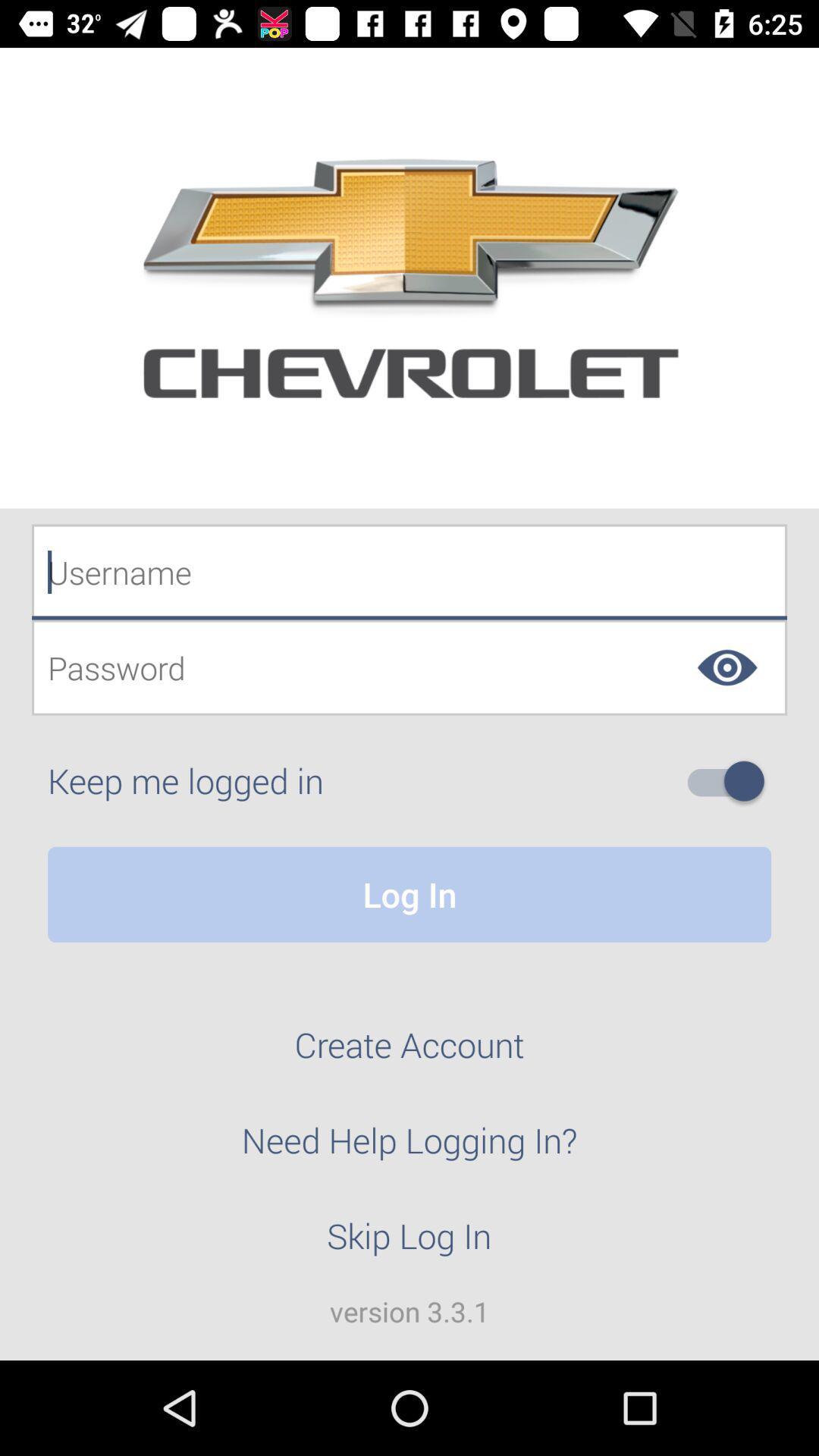  What do you see at coordinates (409, 1149) in the screenshot?
I see `item above the skip log in` at bounding box center [409, 1149].